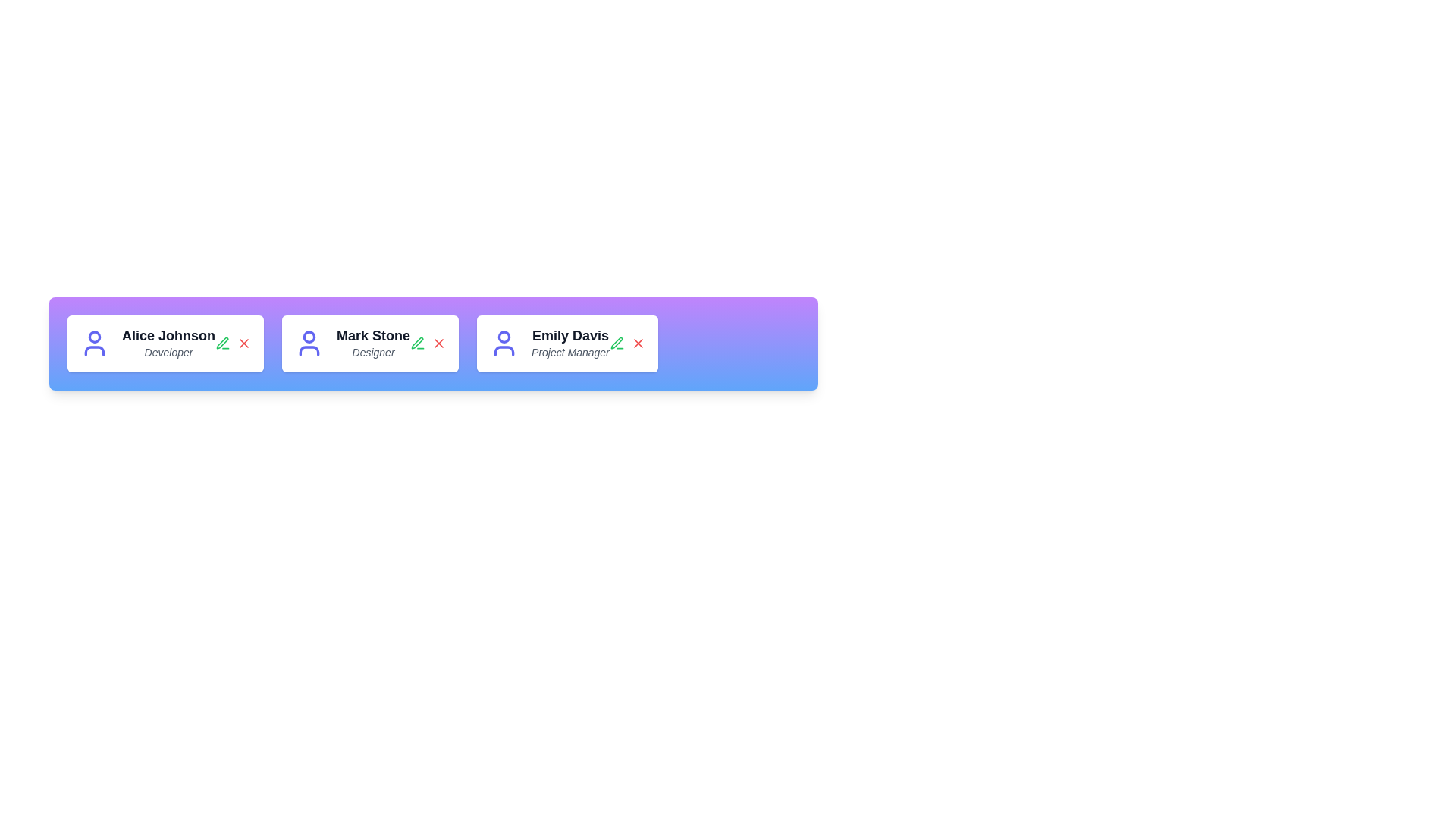  I want to click on the profile card of Emily Davis to view their information, so click(566, 344).